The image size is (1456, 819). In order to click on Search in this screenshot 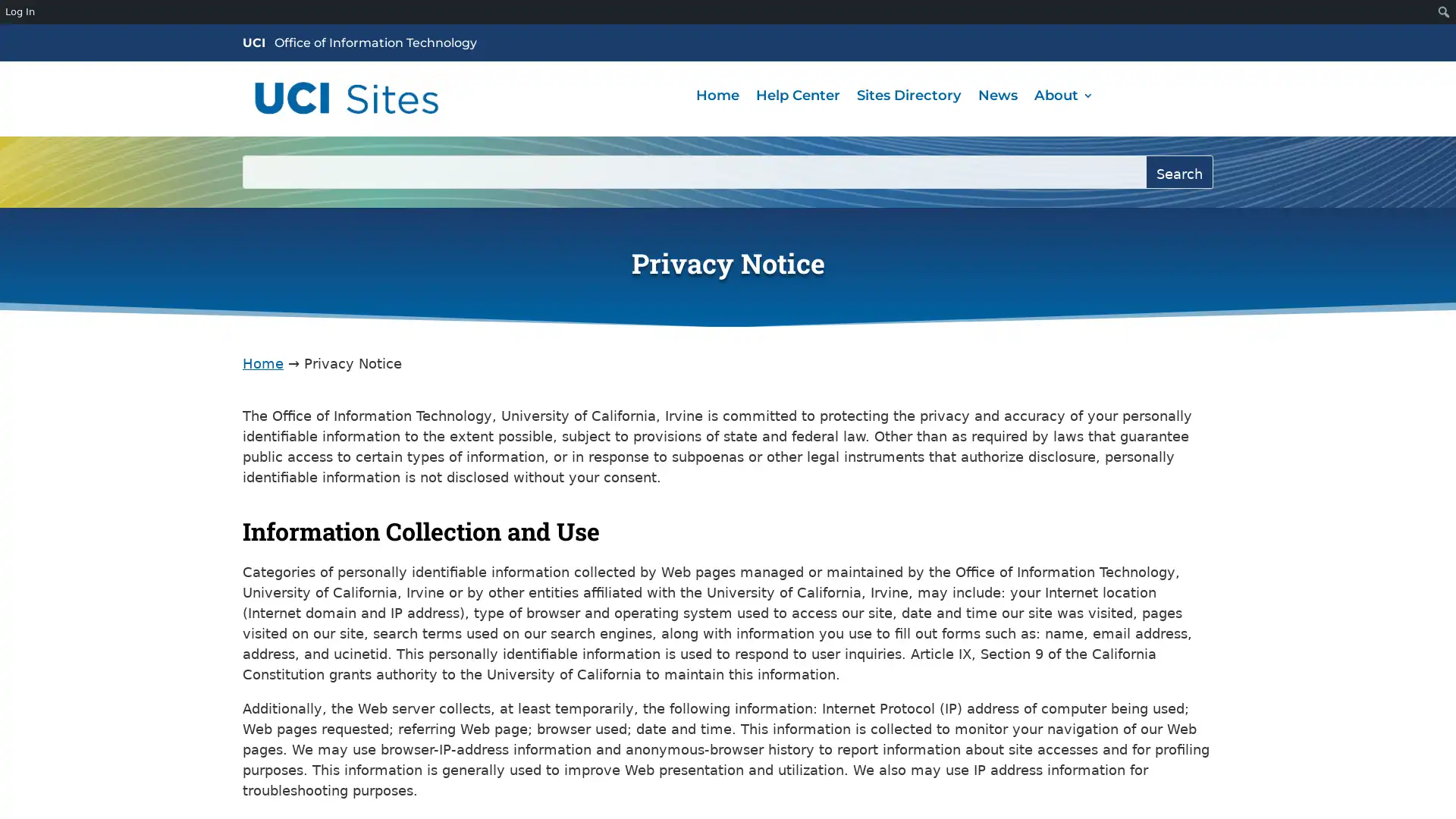, I will do `click(1178, 171)`.